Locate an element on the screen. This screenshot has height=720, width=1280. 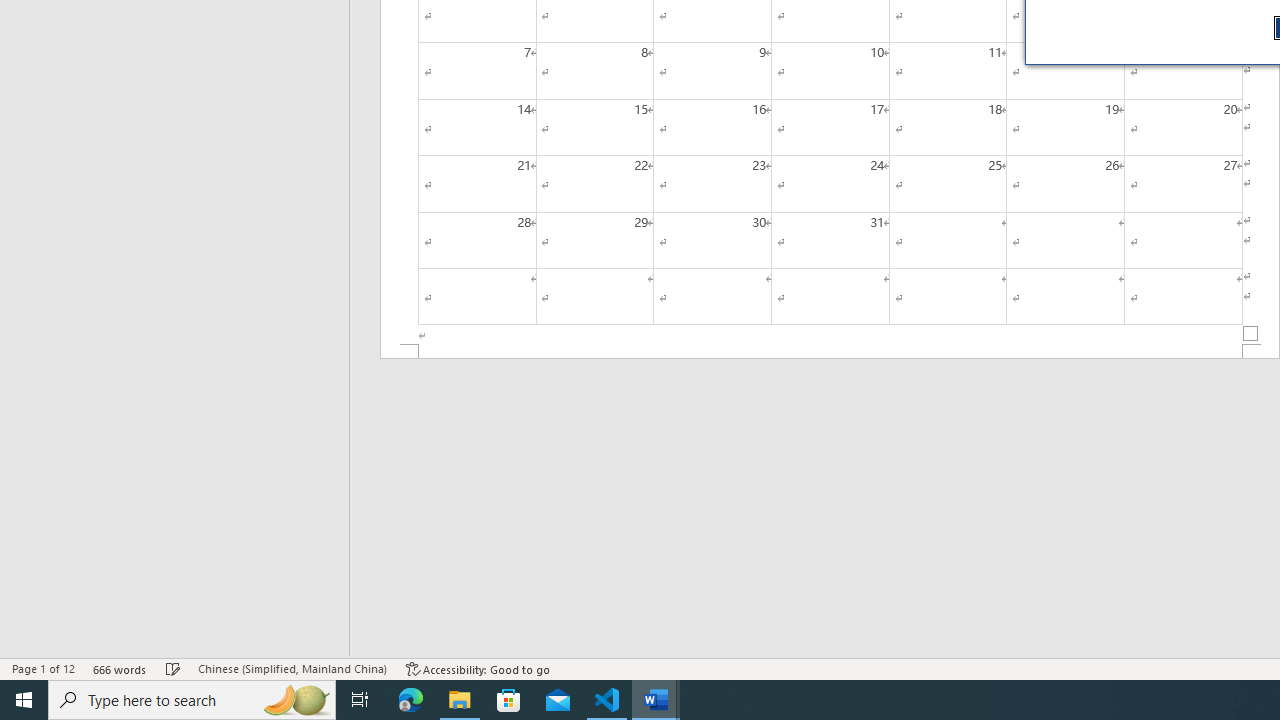
'Footer -Section 1-' is located at coordinates (830, 350).